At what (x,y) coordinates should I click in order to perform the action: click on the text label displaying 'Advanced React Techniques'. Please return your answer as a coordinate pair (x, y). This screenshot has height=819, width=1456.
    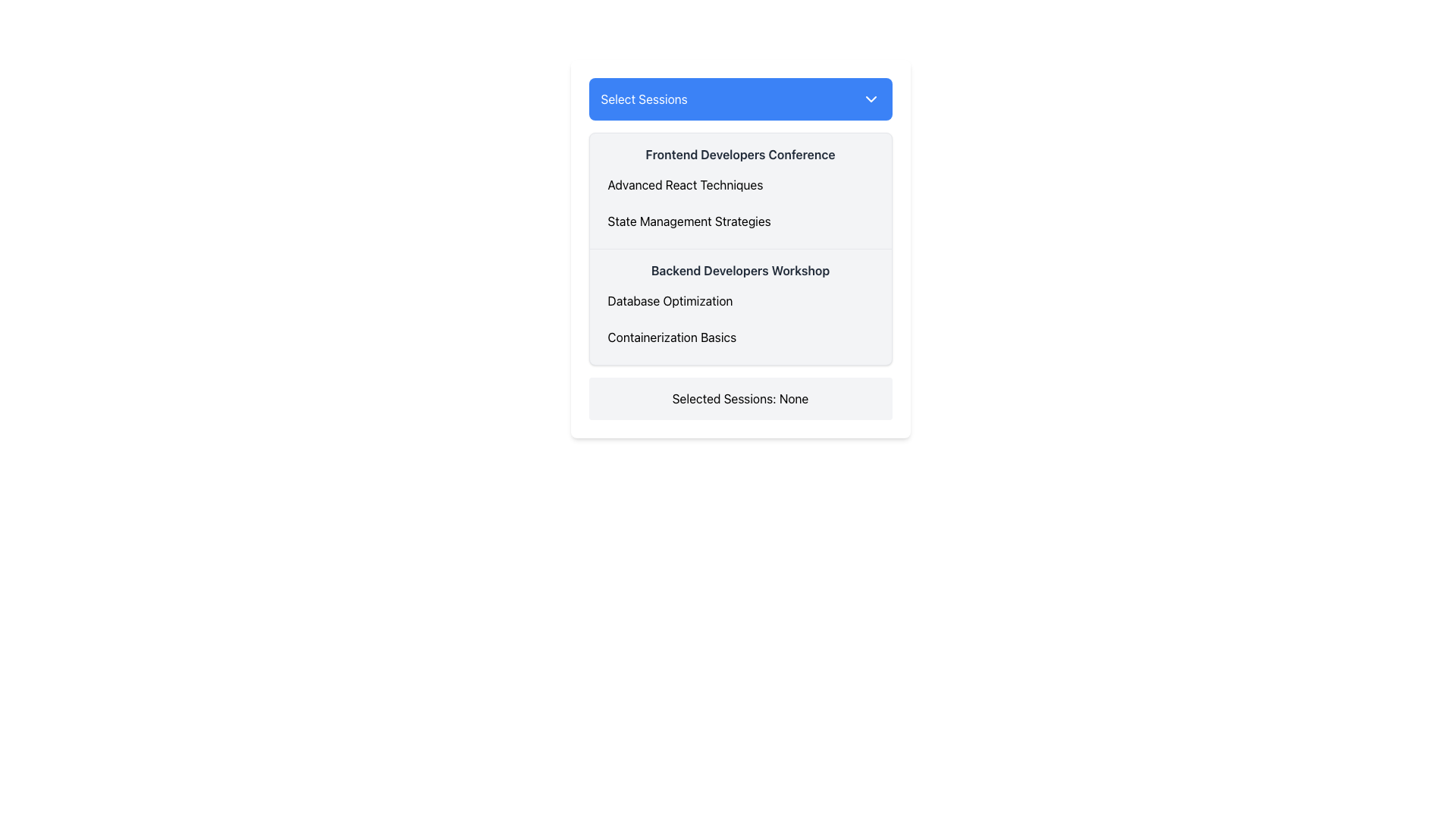
    Looking at the image, I should click on (684, 184).